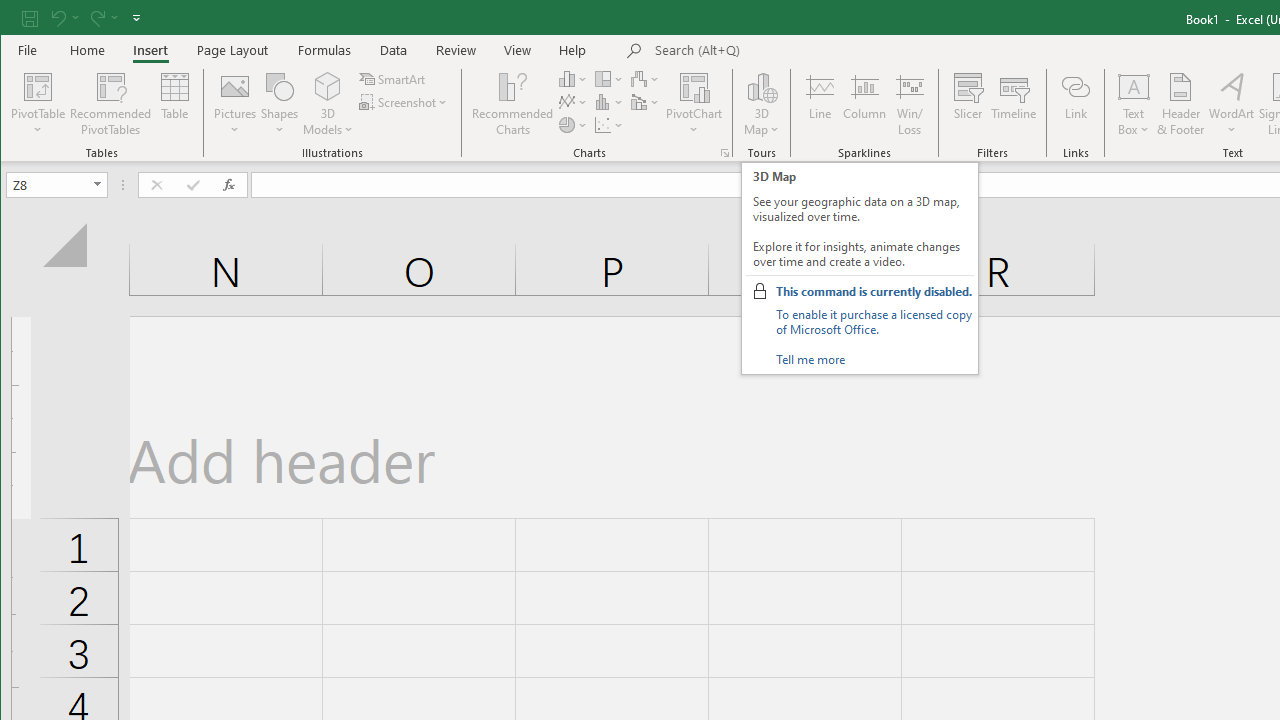 The image size is (1280, 720). What do you see at coordinates (174, 104) in the screenshot?
I see `'Table'` at bounding box center [174, 104].